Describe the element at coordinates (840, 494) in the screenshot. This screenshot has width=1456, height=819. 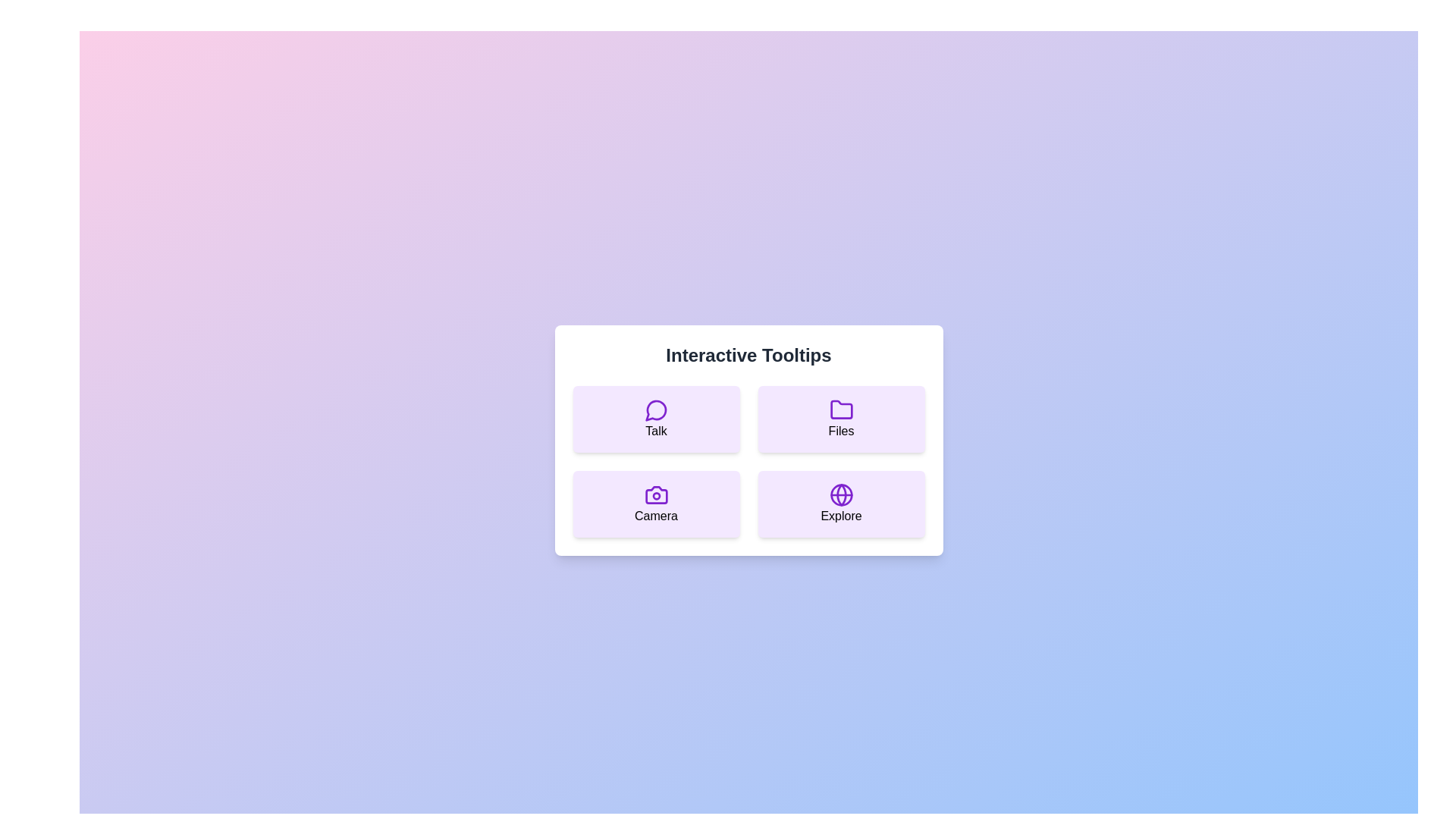
I see `the purple circular globe icon with internal grid-like lines, located within the 'Explore' button in the bottom-right corner of the grid layout` at that location.